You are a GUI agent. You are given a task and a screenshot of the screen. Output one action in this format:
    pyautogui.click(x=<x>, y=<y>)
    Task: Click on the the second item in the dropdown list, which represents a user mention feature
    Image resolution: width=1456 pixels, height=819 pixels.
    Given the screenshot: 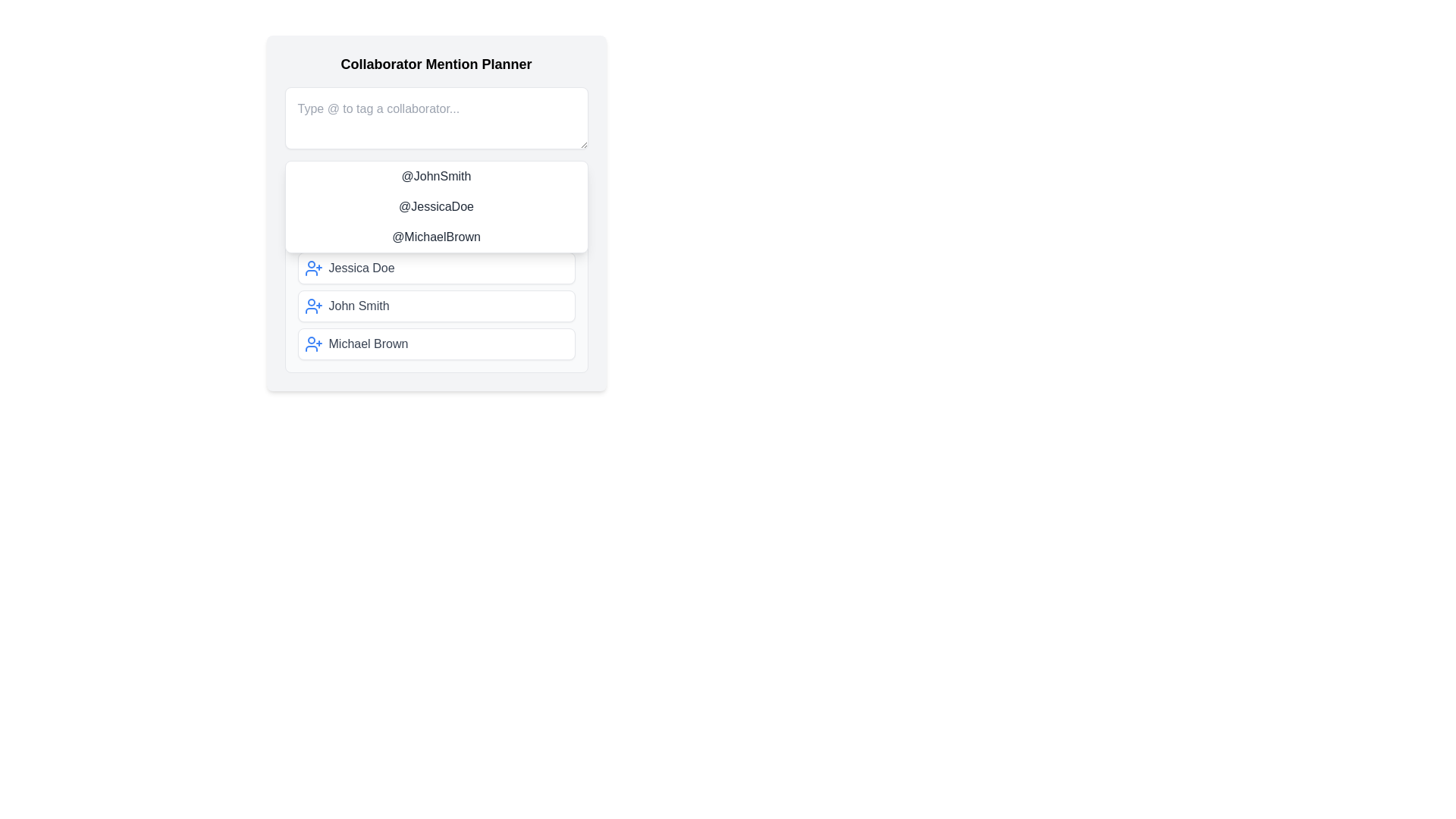 What is the action you would take?
    pyautogui.click(x=435, y=207)
    